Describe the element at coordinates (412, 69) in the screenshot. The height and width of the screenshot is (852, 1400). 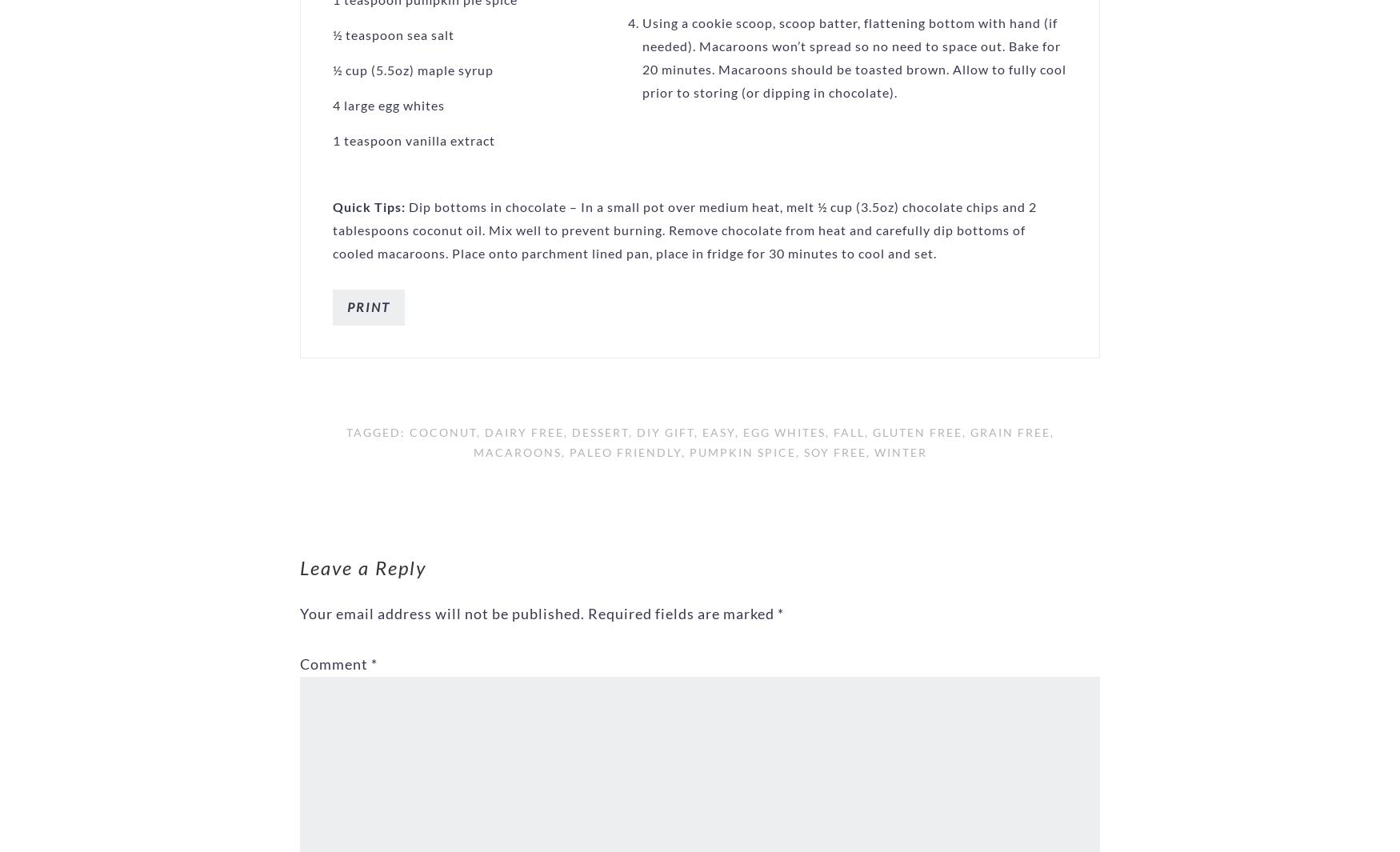
I see `'½ cup (5.5oz) maple syrup'` at that location.